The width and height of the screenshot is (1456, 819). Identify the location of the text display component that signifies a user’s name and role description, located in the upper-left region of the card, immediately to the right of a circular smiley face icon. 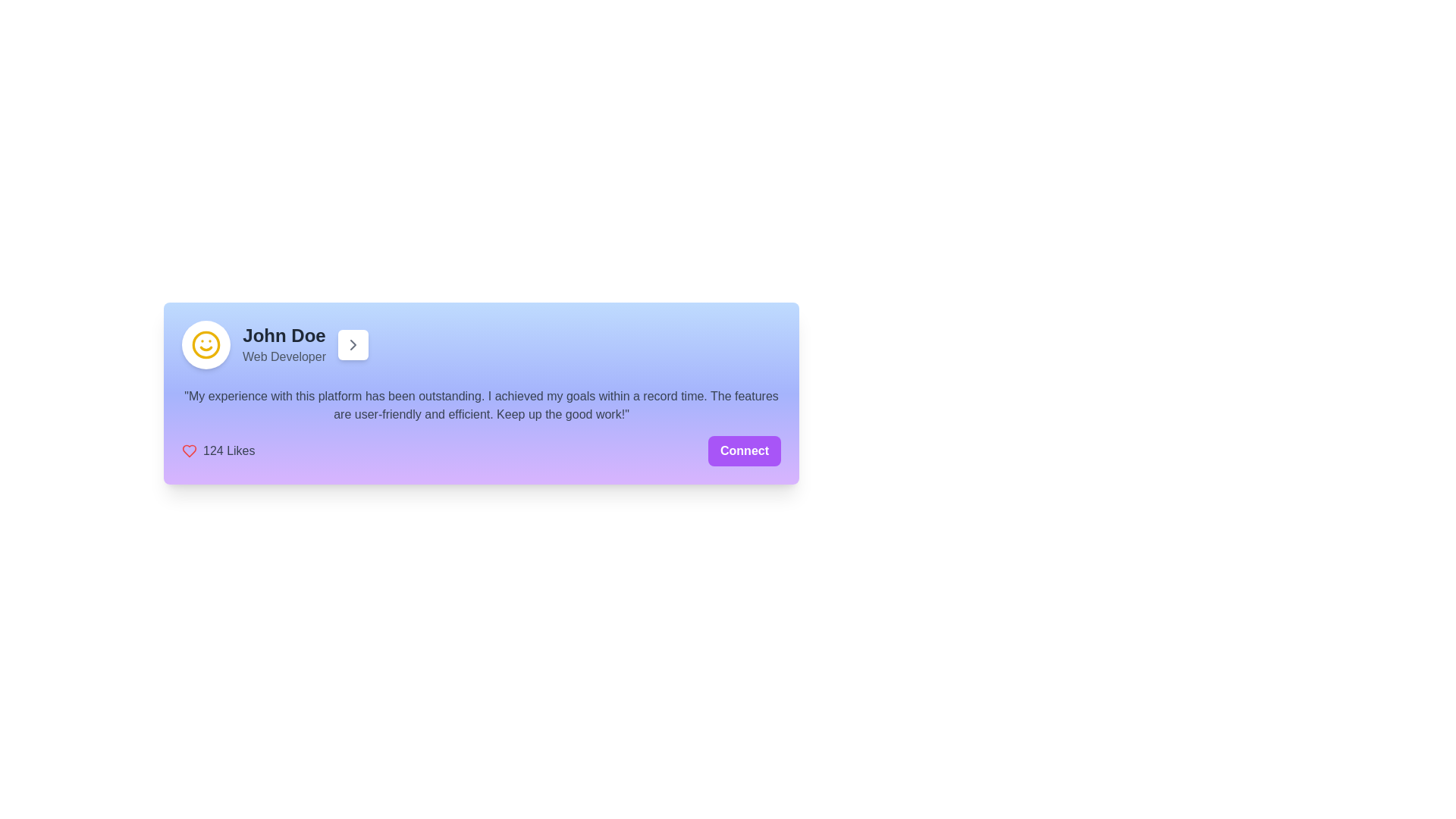
(284, 345).